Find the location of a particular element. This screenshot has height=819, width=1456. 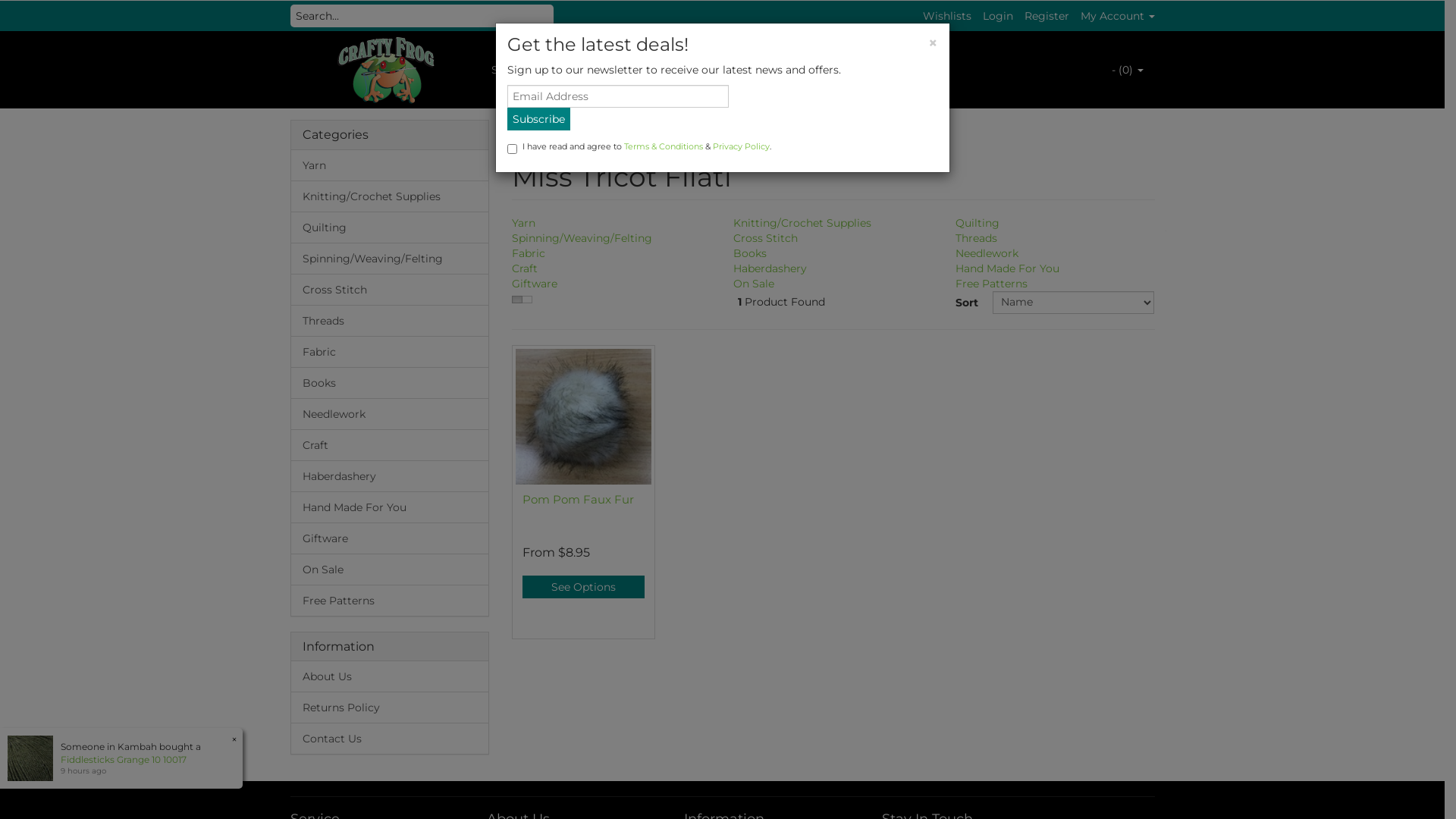

'Cross Stitch' is located at coordinates (765, 237).